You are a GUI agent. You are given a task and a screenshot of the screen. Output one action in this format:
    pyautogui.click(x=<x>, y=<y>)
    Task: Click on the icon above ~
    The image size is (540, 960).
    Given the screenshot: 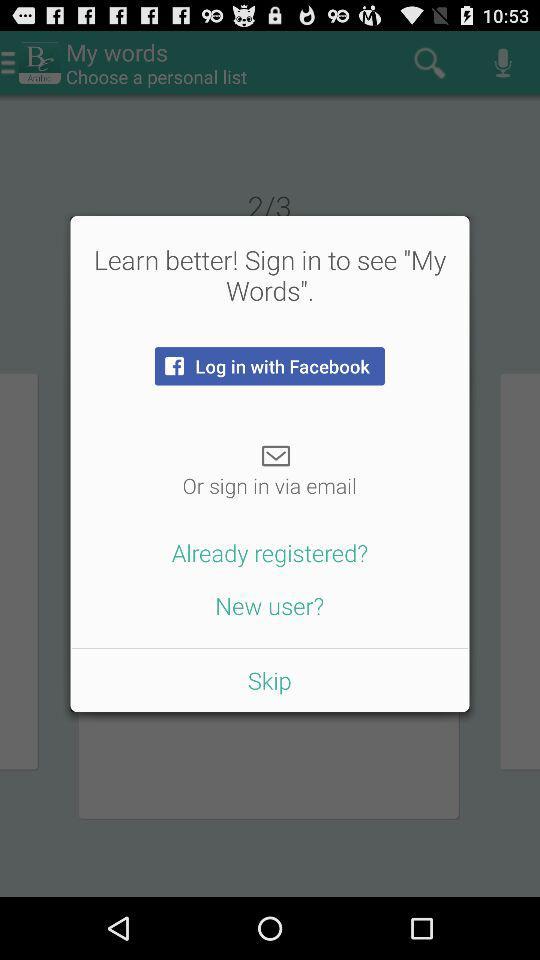 What is the action you would take?
    pyautogui.click(x=269, y=365)
    